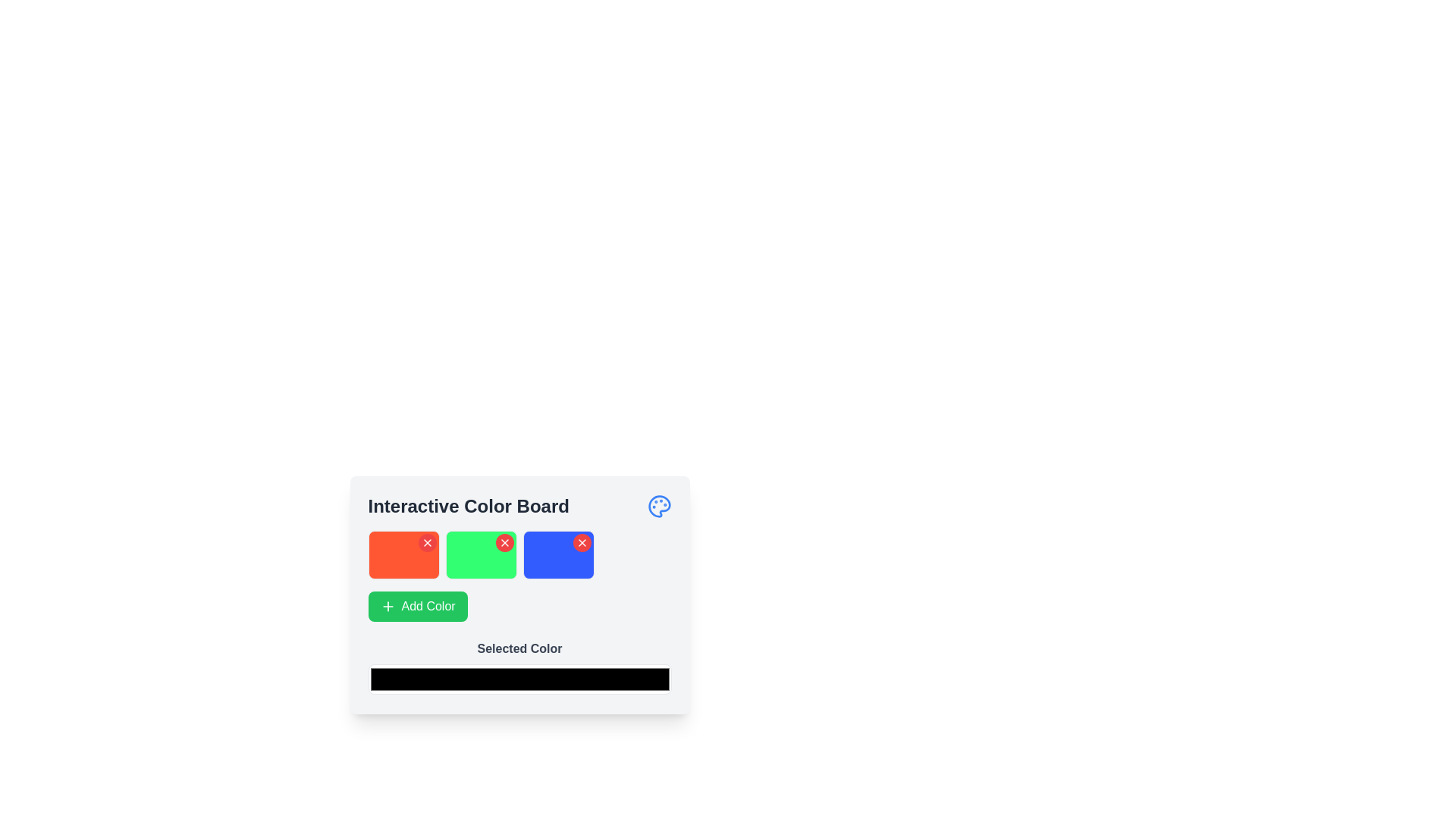 The width and height of the screenshot is (1456, 819). Describe the element at coordinates (426, 542) in the screenshot. I see `the delete button located at the top-right corner of the first red rectangular card` at that location.